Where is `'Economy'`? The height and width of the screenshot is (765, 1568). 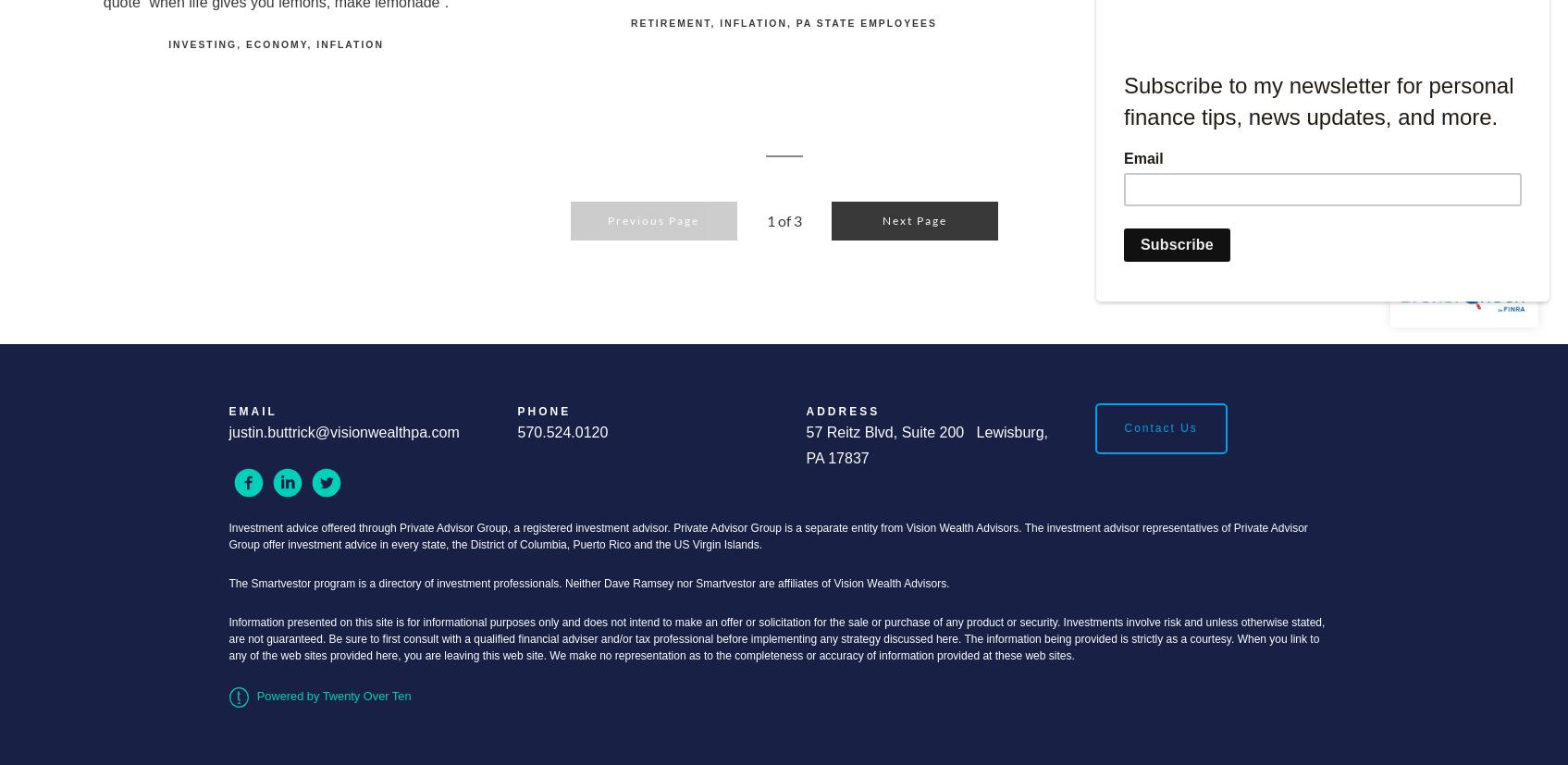 'Economy' is located at coordinates (276, 43).